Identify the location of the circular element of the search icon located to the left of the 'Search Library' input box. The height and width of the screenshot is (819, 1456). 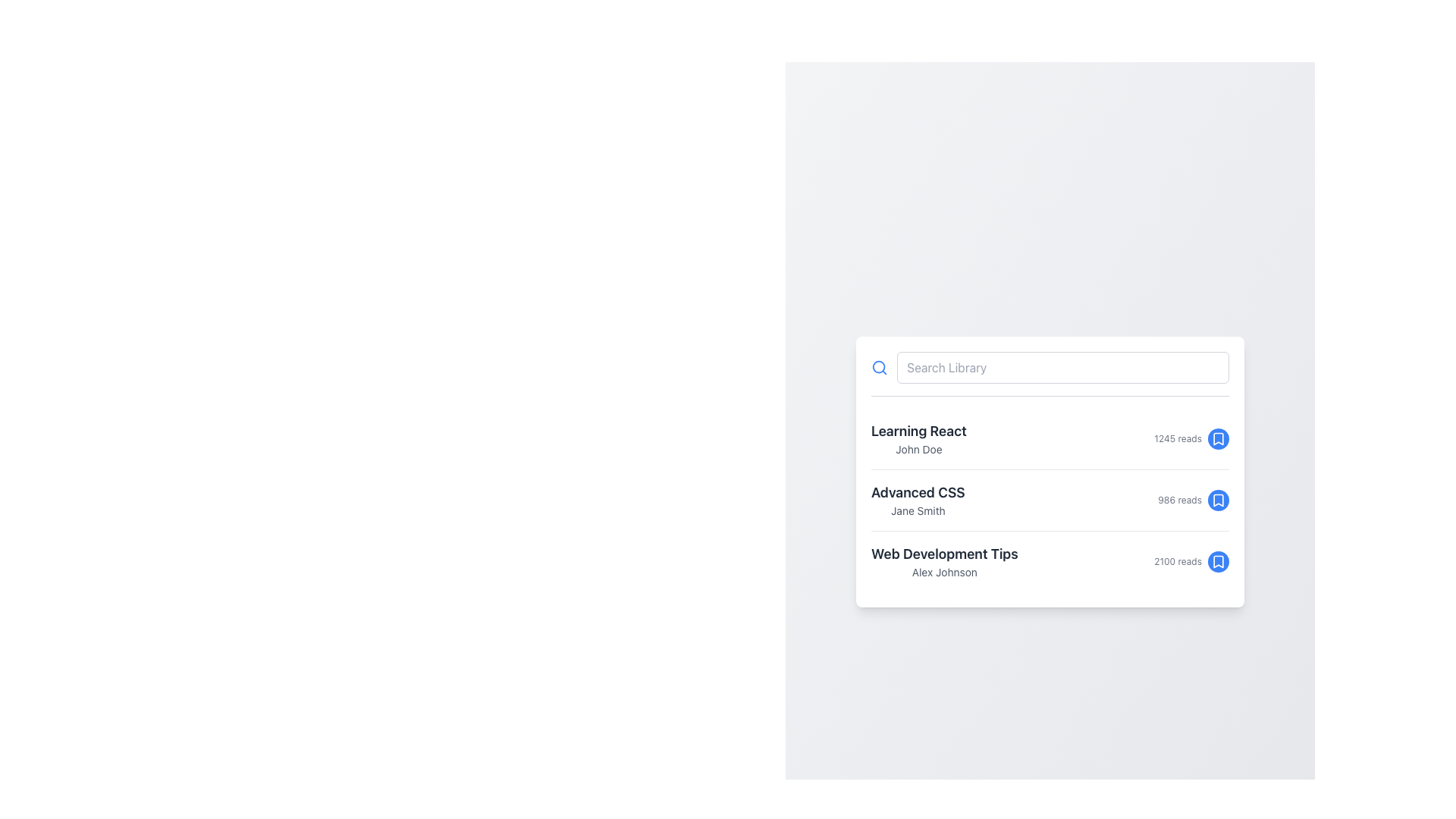
(879, 366).